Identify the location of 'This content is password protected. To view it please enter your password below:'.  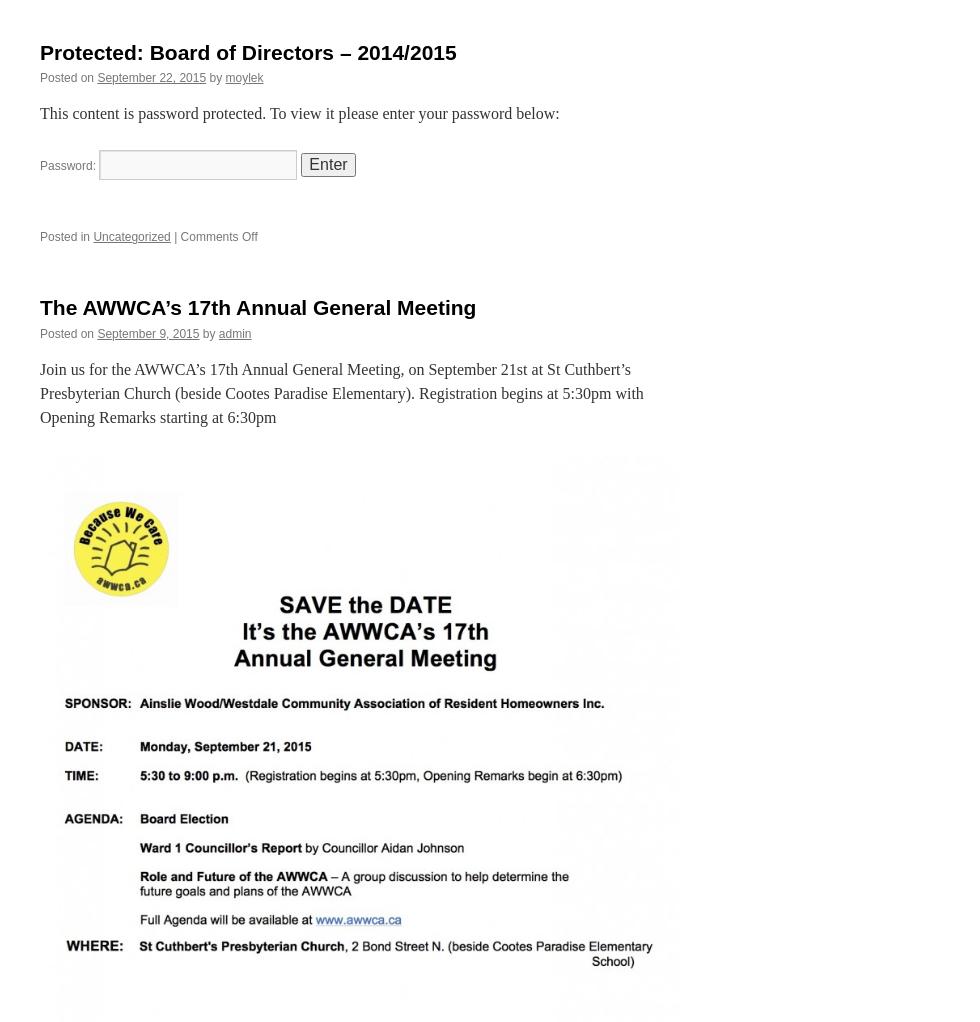
(299, 113).